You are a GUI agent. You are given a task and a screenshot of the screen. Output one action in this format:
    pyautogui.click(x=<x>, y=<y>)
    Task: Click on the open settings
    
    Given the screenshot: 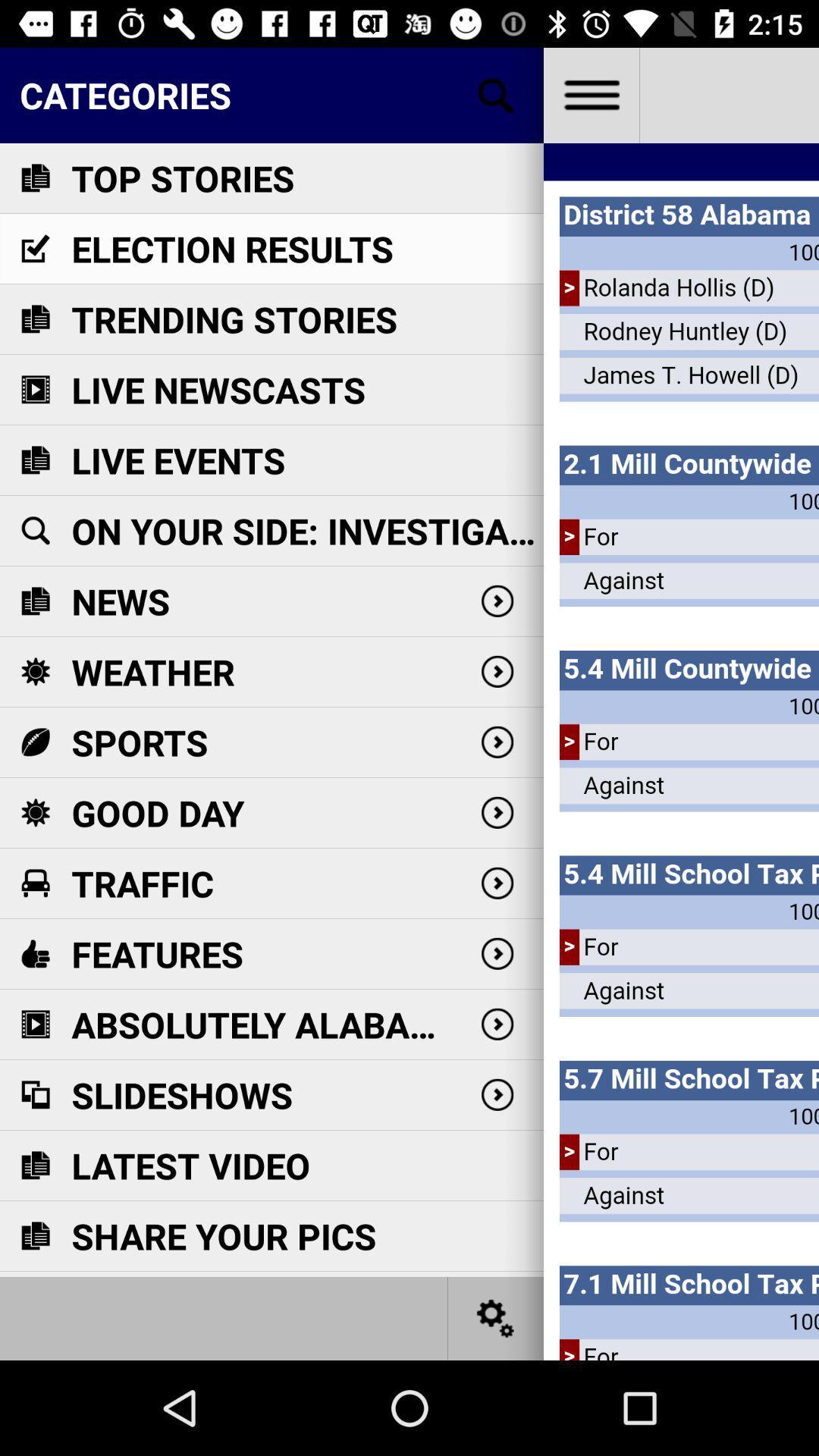 What is the action you would take?
    pyautogui.click(x=496, y=1317)
    